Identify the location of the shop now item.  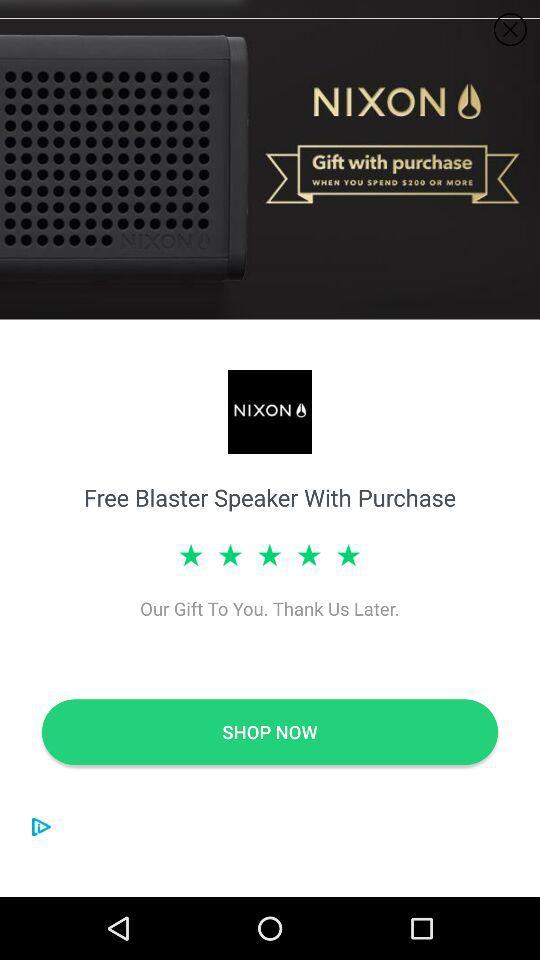
(270, 731).